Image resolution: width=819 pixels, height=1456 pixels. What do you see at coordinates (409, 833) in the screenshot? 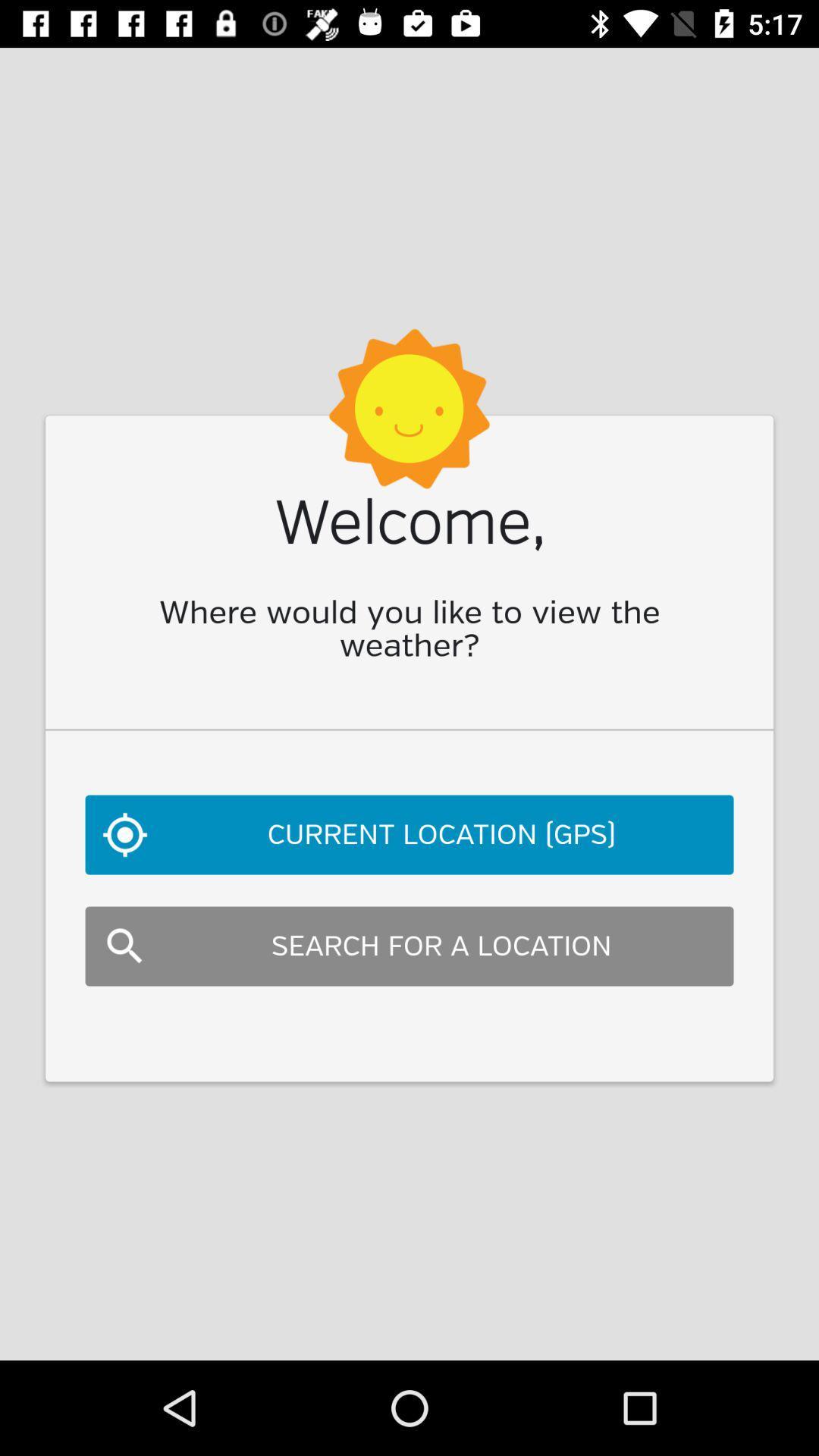
I see `the item above search for a` at bounding box center [409, 833].